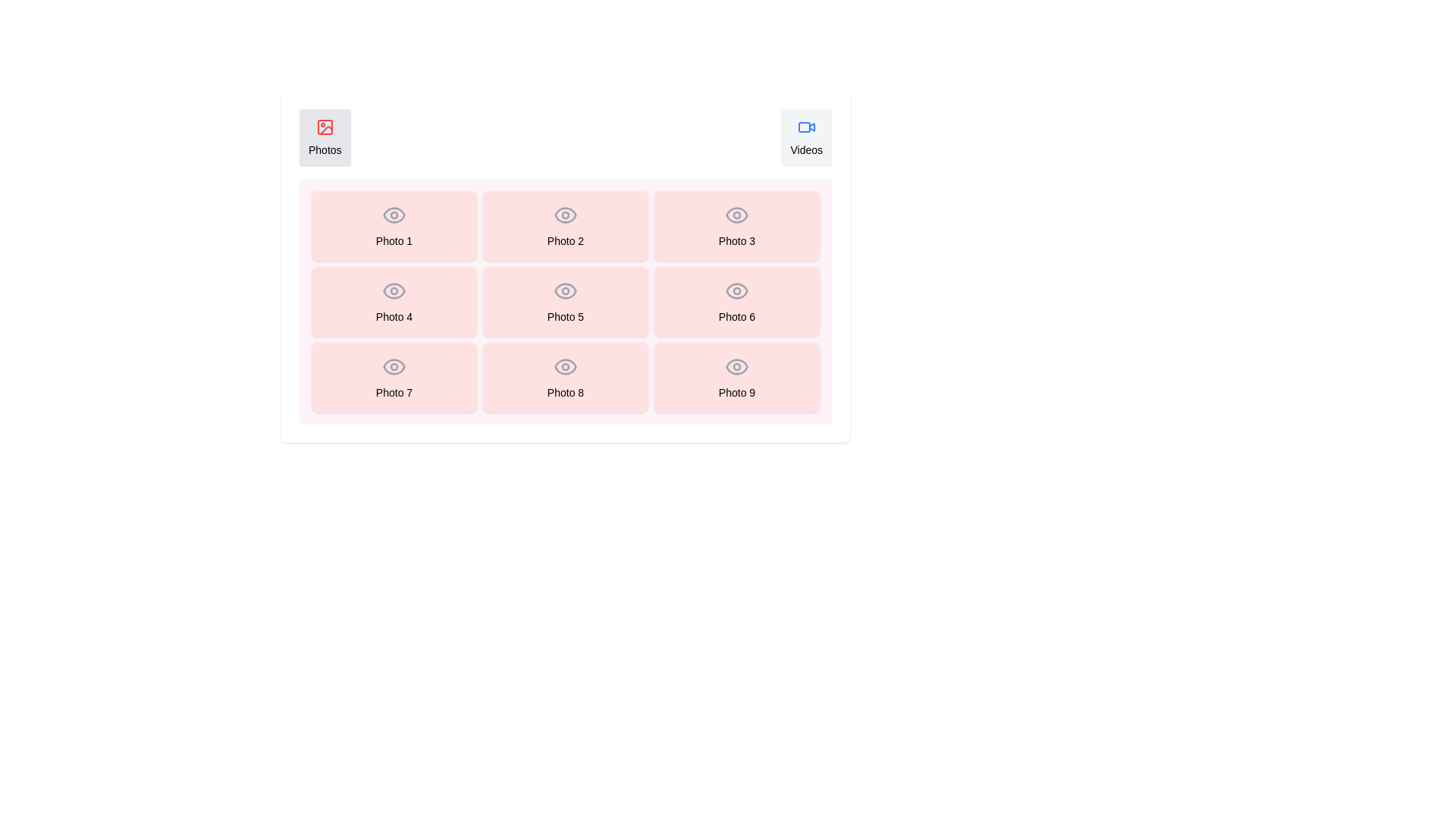  I want to click on the tab labeled Videos, so click(805, 137).